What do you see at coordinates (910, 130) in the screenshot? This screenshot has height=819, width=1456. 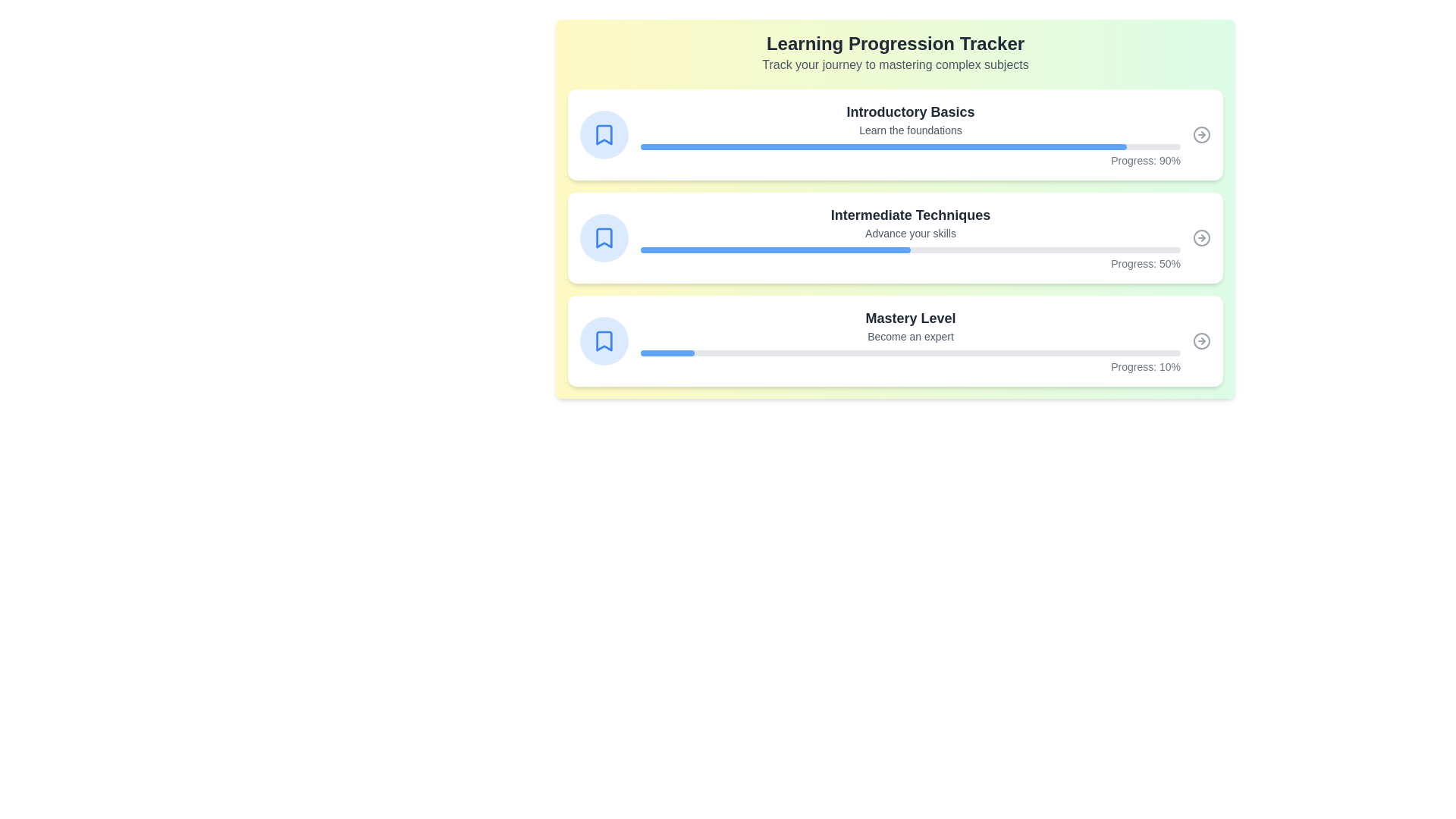 I see `text label that provides information about the content details of the introductory section of the learning tracker, which is located below the 'Introductory Basics' title` at bounding box center [910, 130].